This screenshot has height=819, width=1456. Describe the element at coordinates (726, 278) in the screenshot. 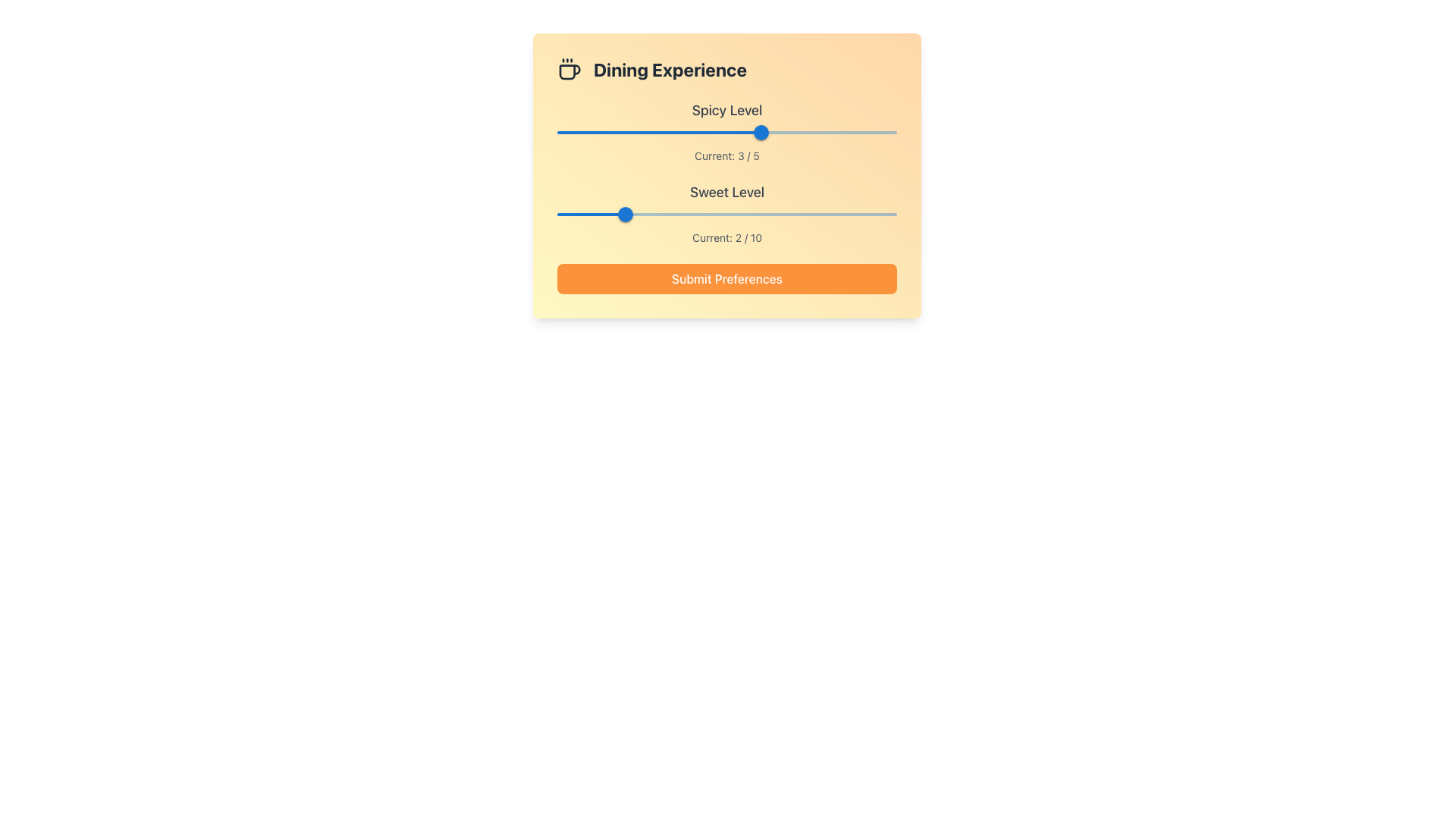

I see `the 'Submit Preferences' button with a bright orange background to observe the hover effect changing its color to a deeper shade of orange` at that location.